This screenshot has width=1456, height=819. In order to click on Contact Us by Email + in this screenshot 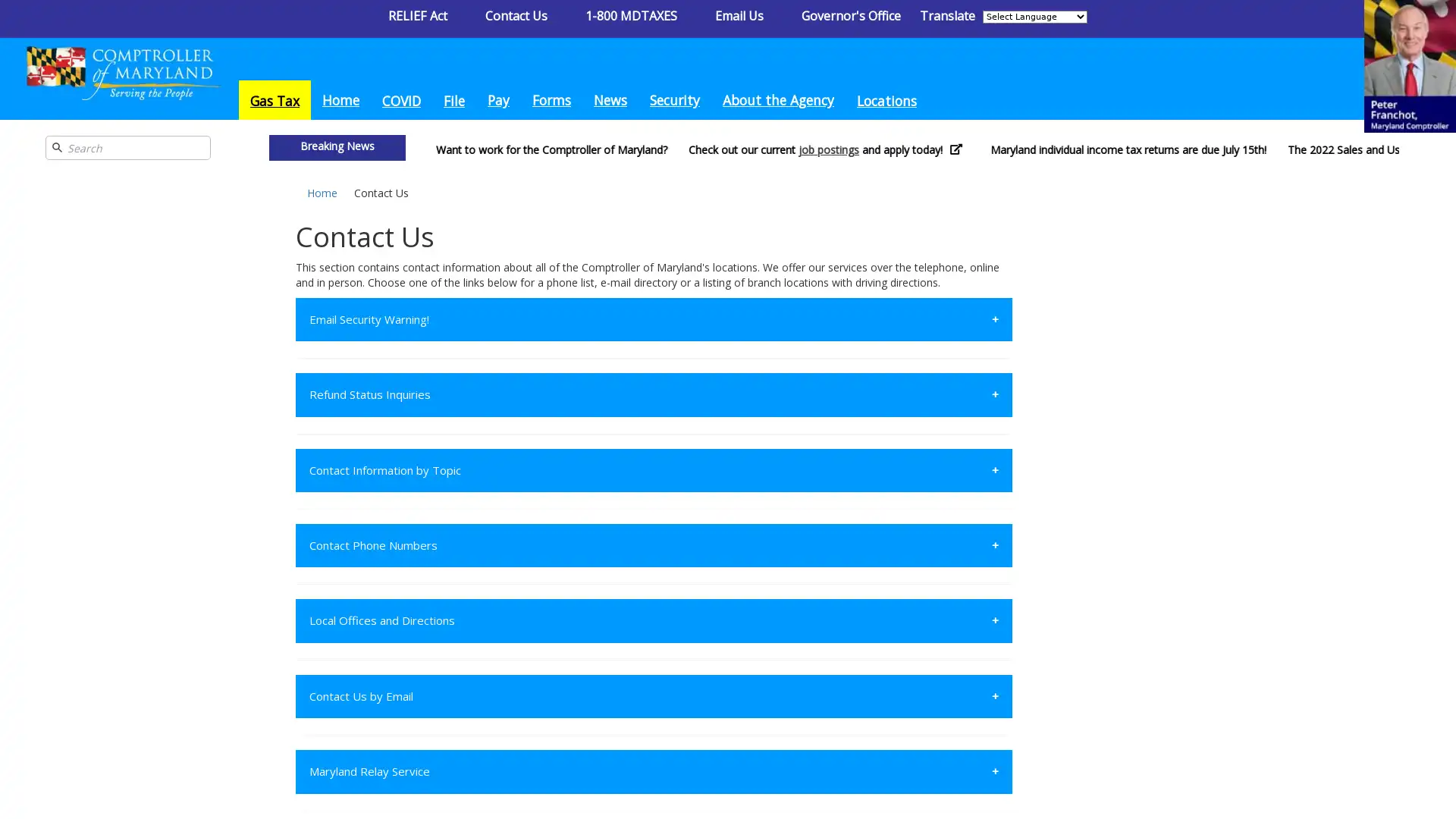, I will do `click(654, 696)`.